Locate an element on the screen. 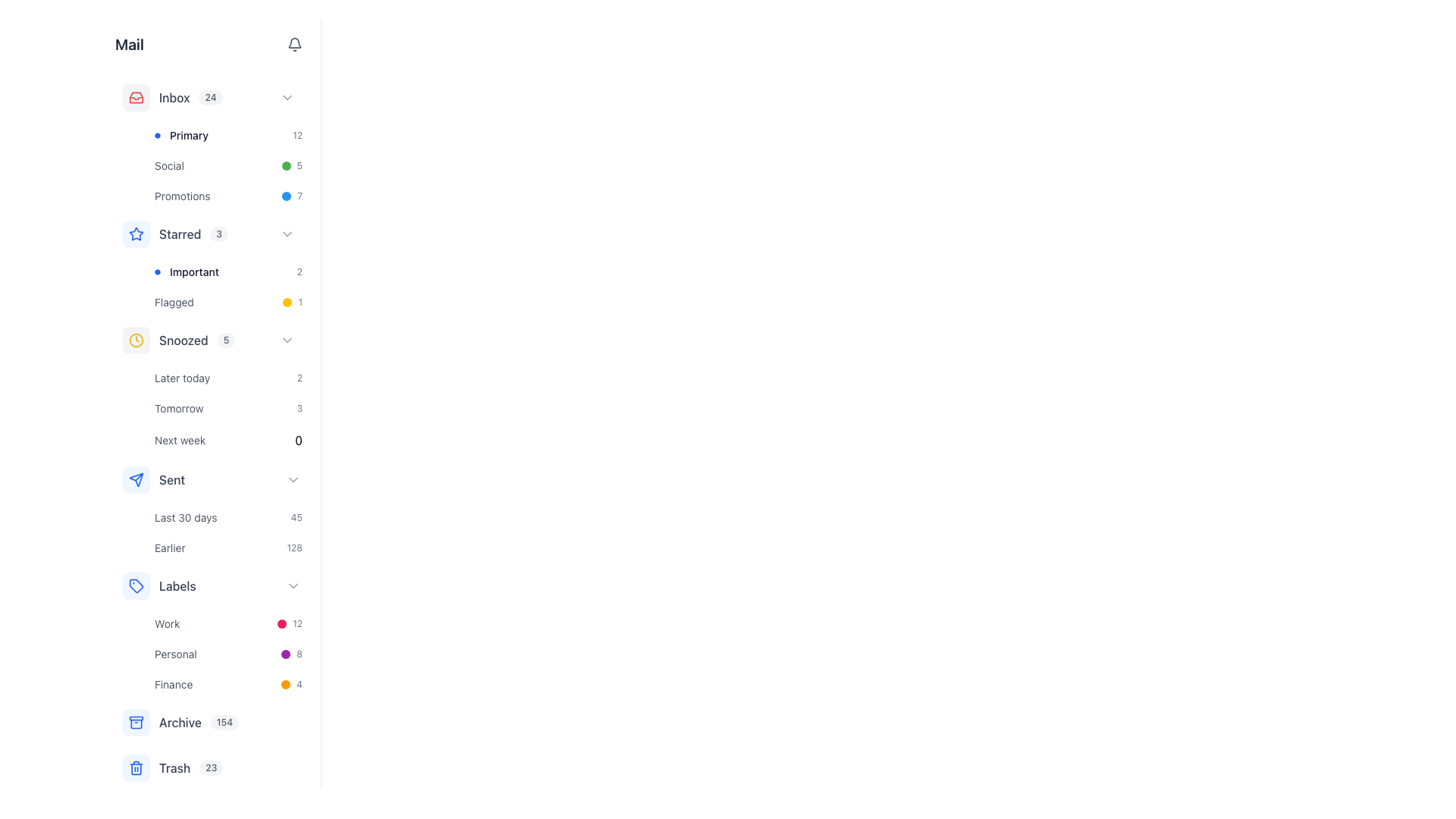 The width and height of the screenshot is (1456, 819). the small circular pink icon located to the left of the numeric text label '12' in the 'Work' section of the vertical list of items is located at coordinates (282, 623).